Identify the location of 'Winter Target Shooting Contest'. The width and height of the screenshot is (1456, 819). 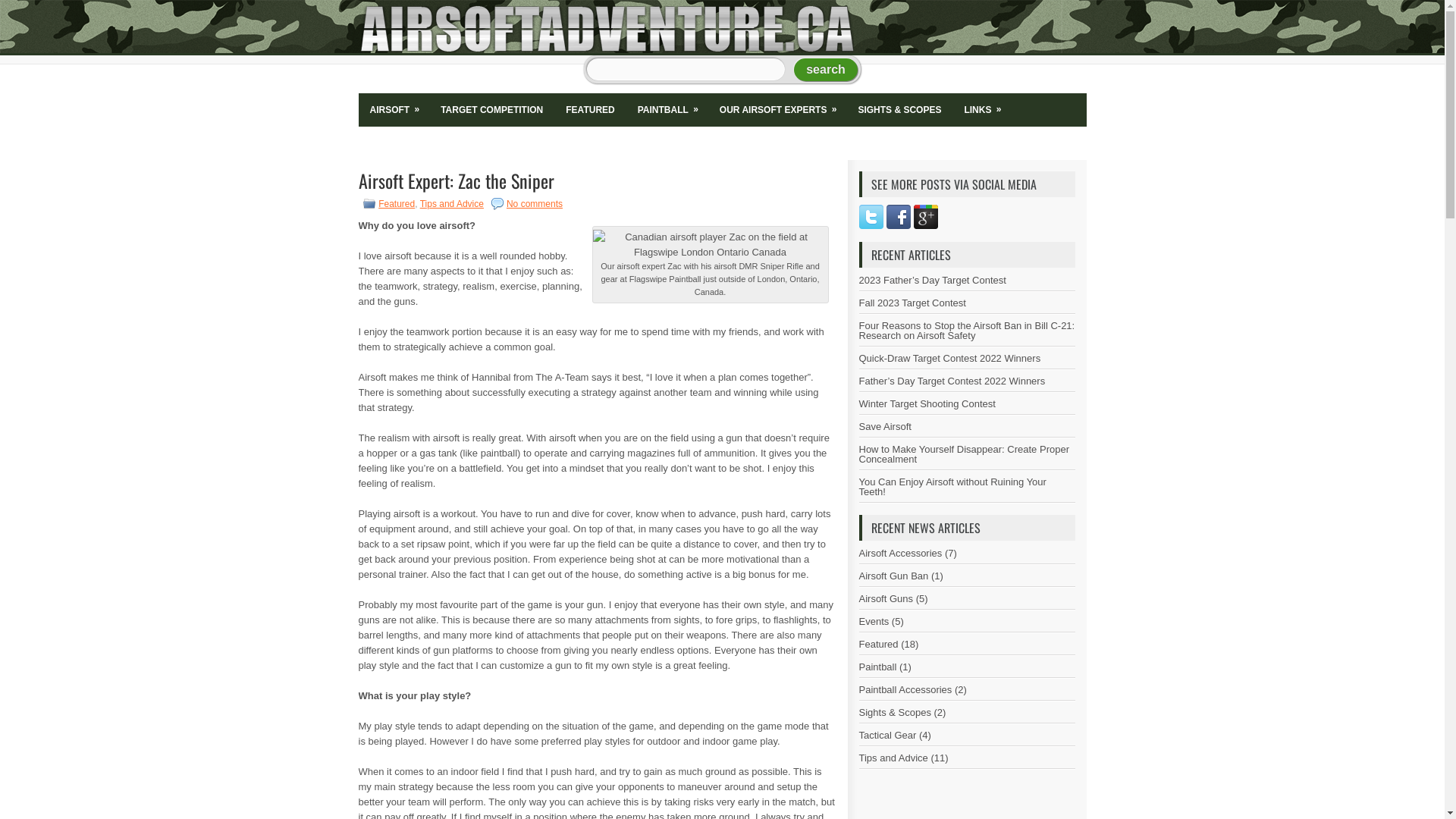
(926, 403).